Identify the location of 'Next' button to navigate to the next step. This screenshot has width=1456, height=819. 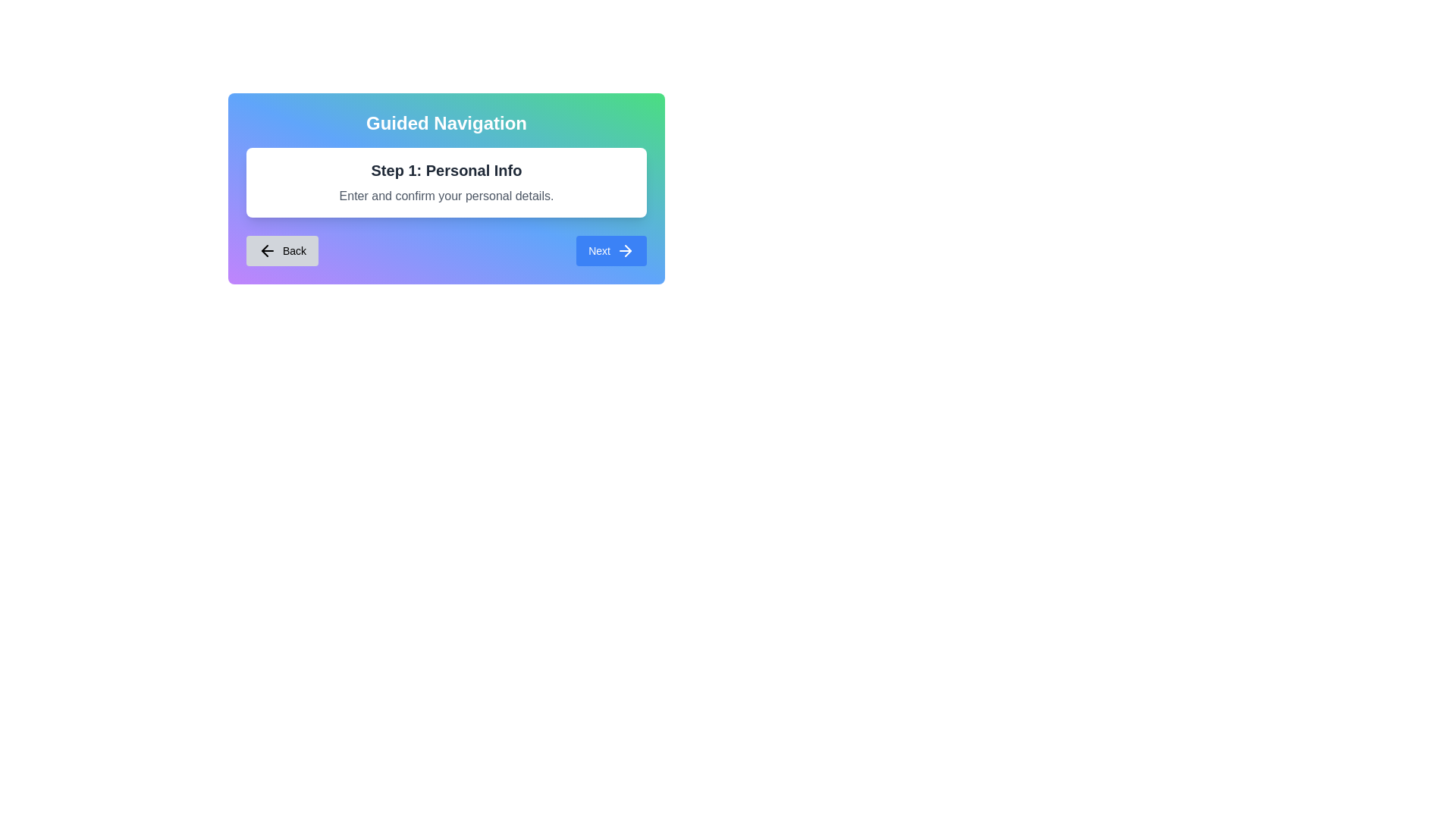
(611, 250).